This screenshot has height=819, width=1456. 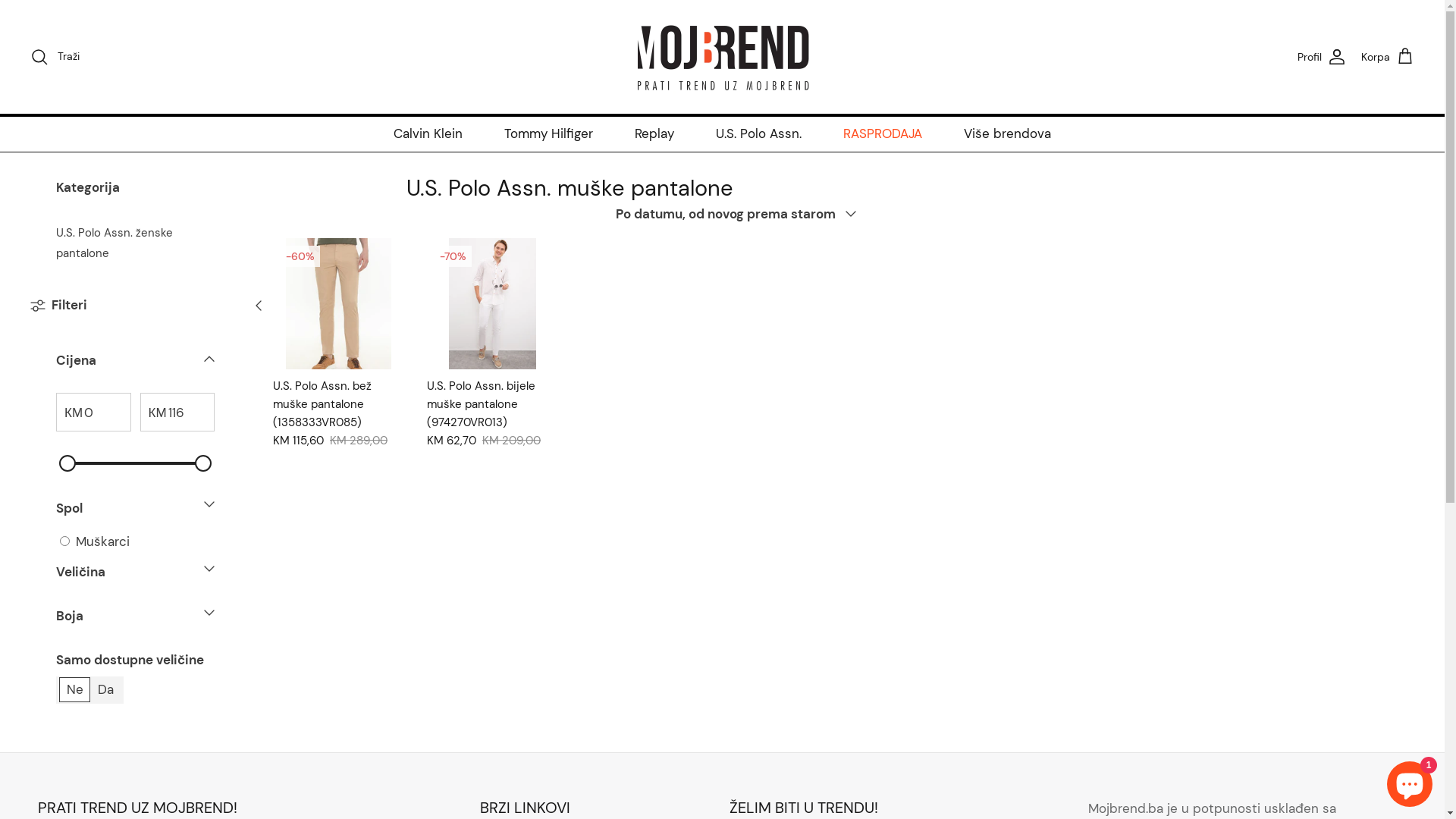 I want to click on 'Po datumu, od novog prema starom', so click(x=741, y=213).